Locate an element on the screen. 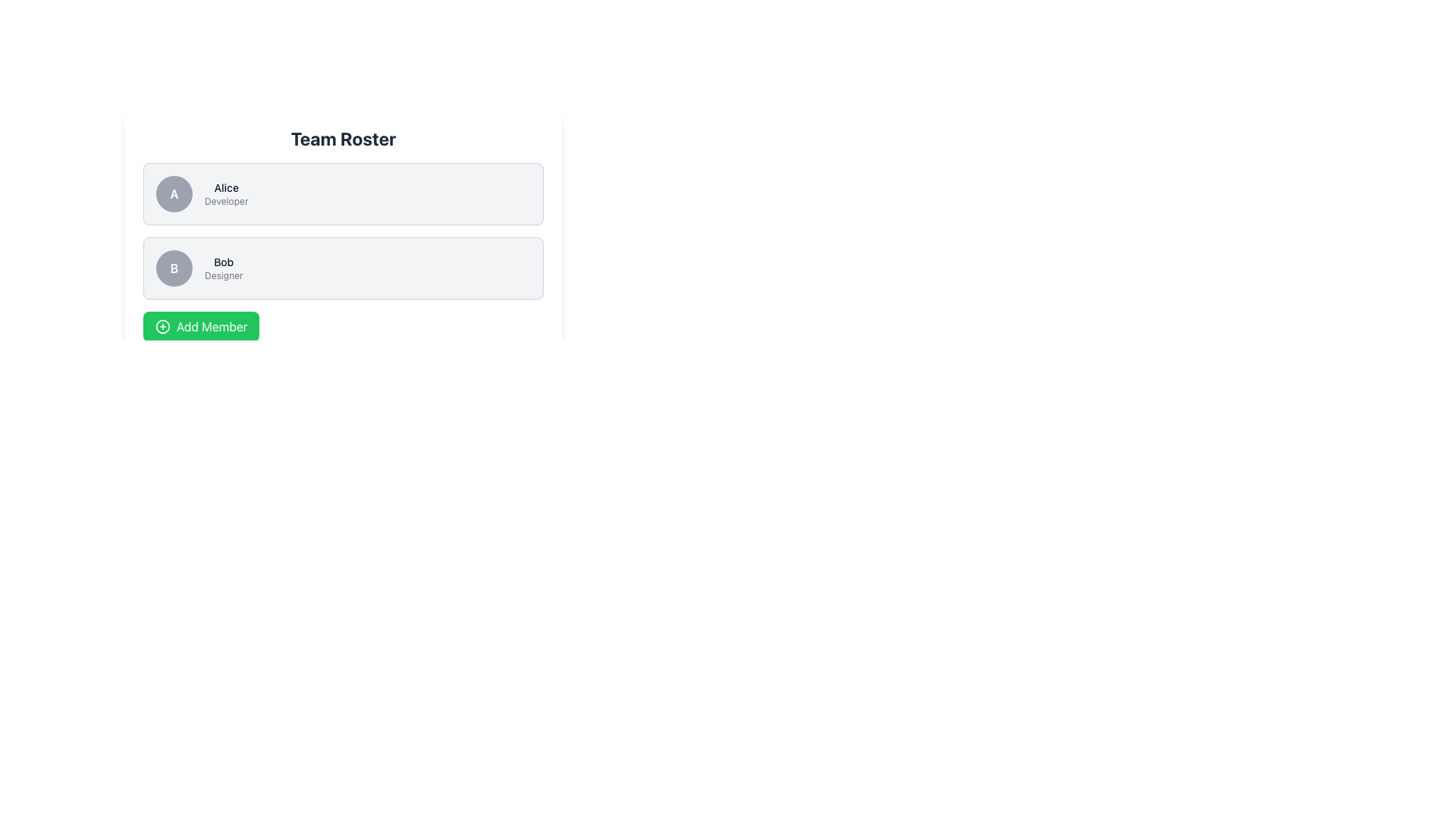 The image size is (1456, 819). the 'Add Member' icon, which is a graphical representation for adding or increasing members, located centrally near the bottom of the team member list is located at coordinates (163, 326).